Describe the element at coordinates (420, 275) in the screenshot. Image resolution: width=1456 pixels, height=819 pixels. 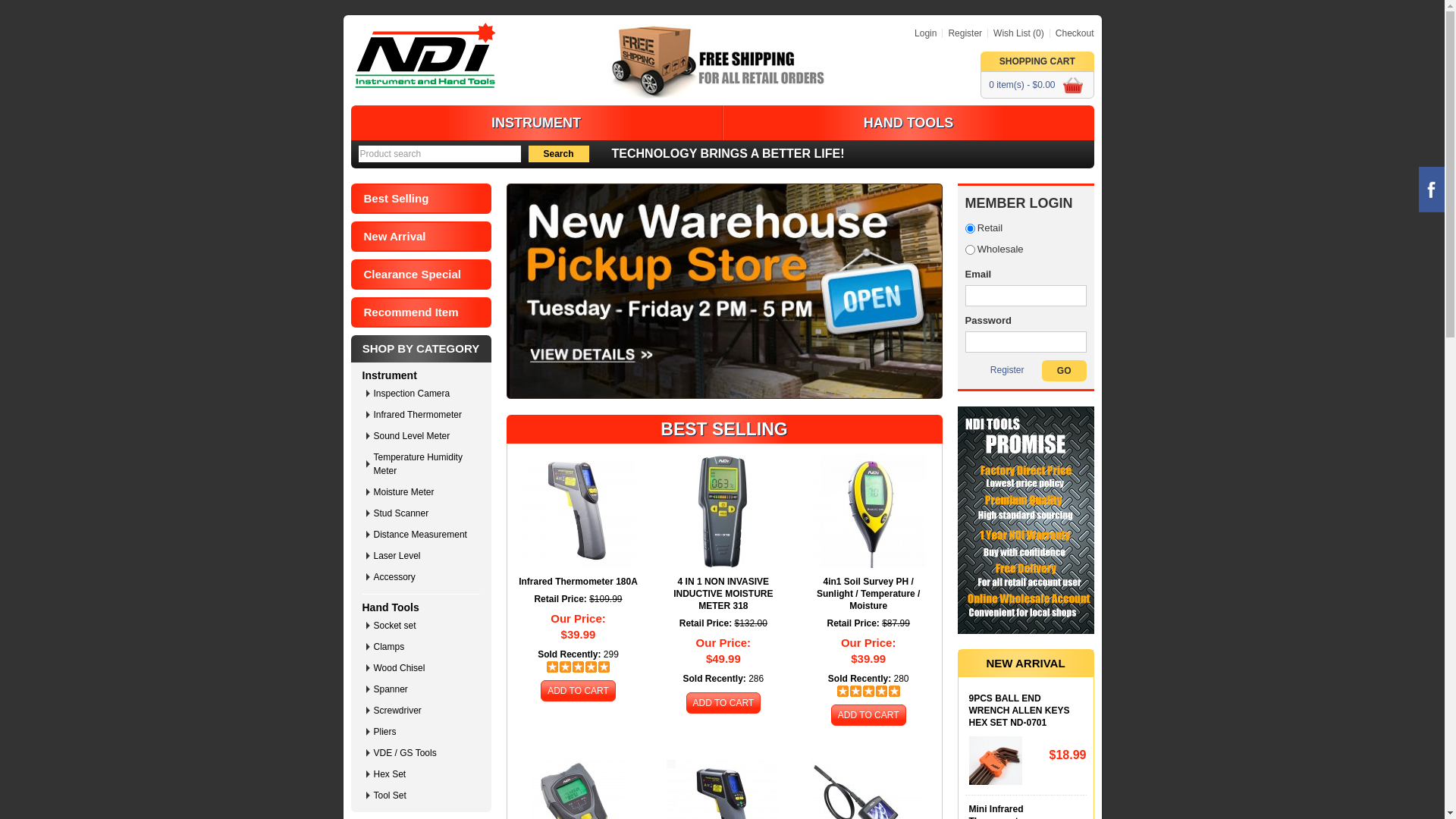
I see `'Clearance Special'` at that location.